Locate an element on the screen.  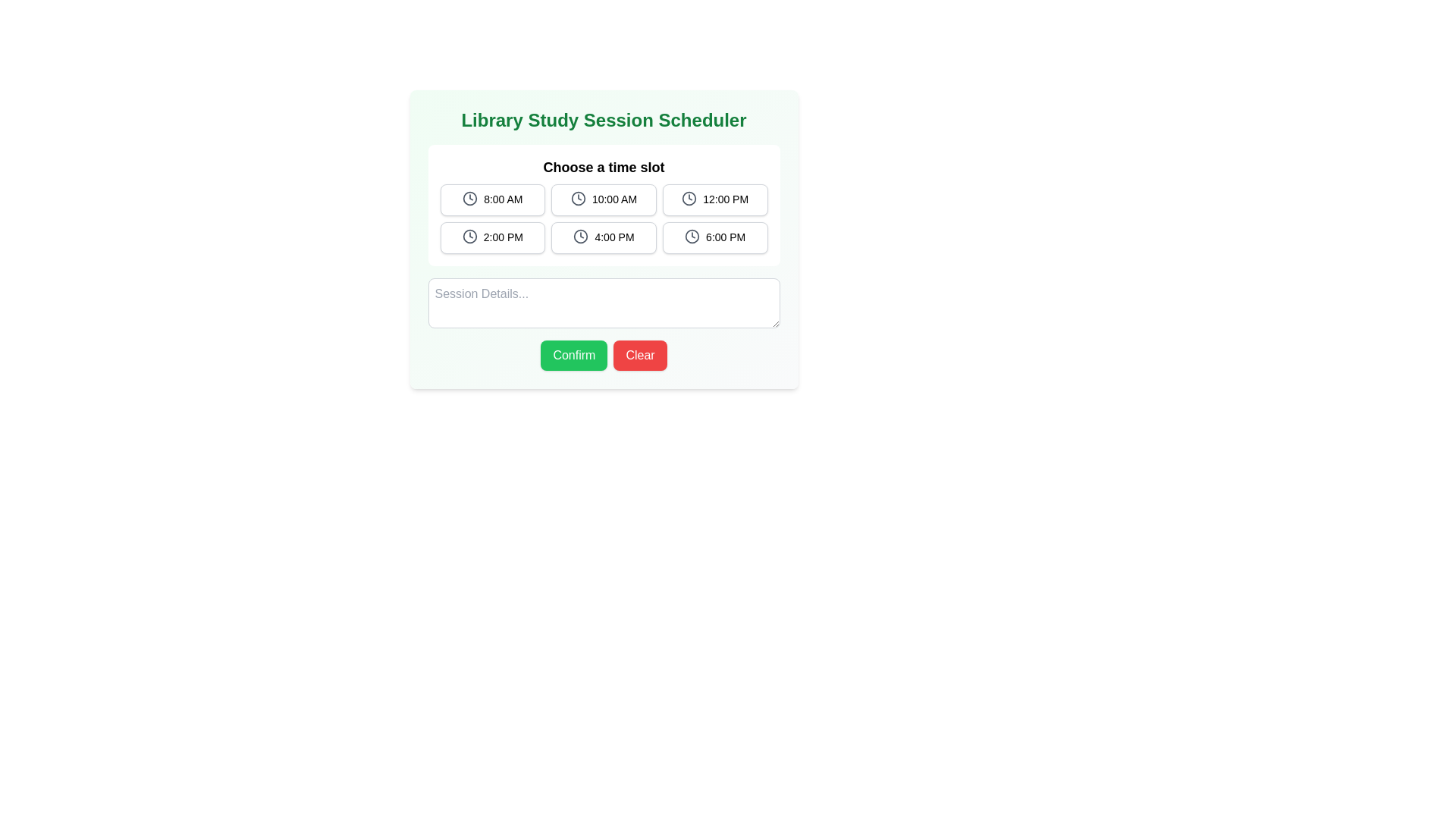
the button for selecting the 8:00 AM time slot, which is the first button in the grid layout located at the top-left corner is located at coordinates (492, 199).